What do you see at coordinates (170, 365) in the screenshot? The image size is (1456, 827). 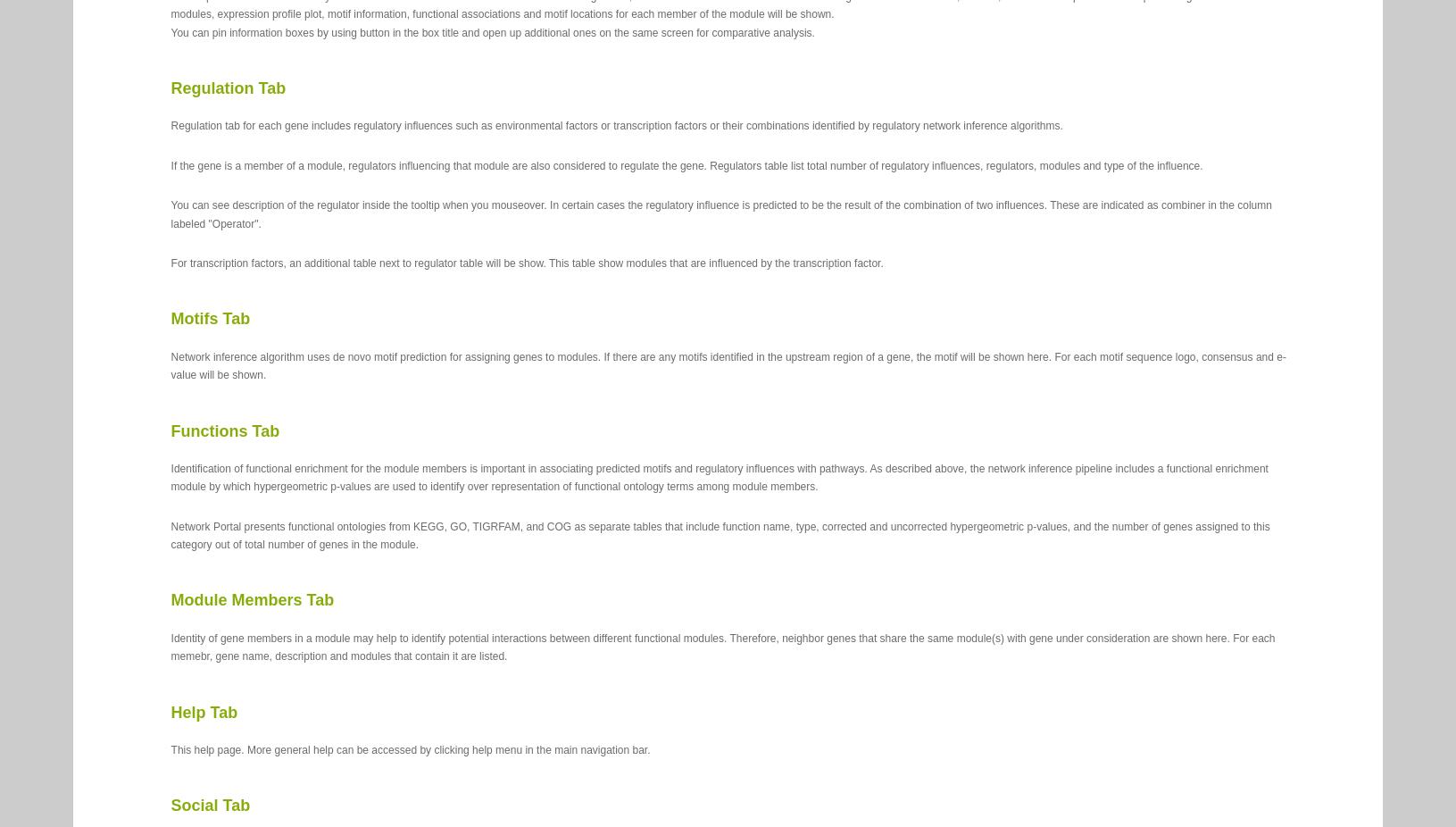 I see `'Network inference algorithm uses de novo motif prediction for assigning genes to modules. If there are any motifs identified in the upstream region of a gene, the motif will be shown here. For each motif sequence logo, consensus and e-value will be shown.'` at bounding box center [170, 365].